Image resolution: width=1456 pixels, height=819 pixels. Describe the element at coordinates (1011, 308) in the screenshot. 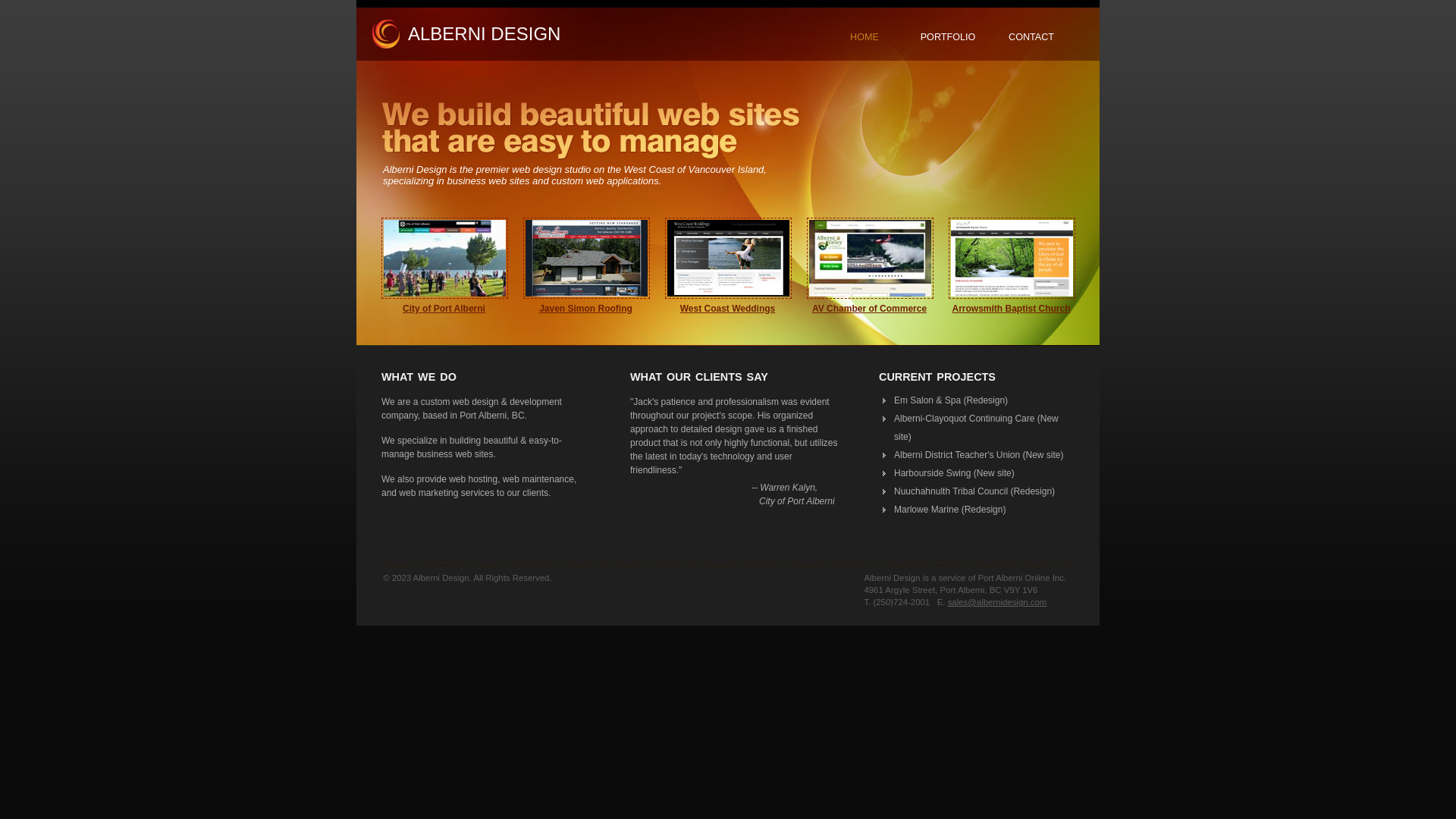

I see `'Arrowsmith Baptist Church'` at that location.